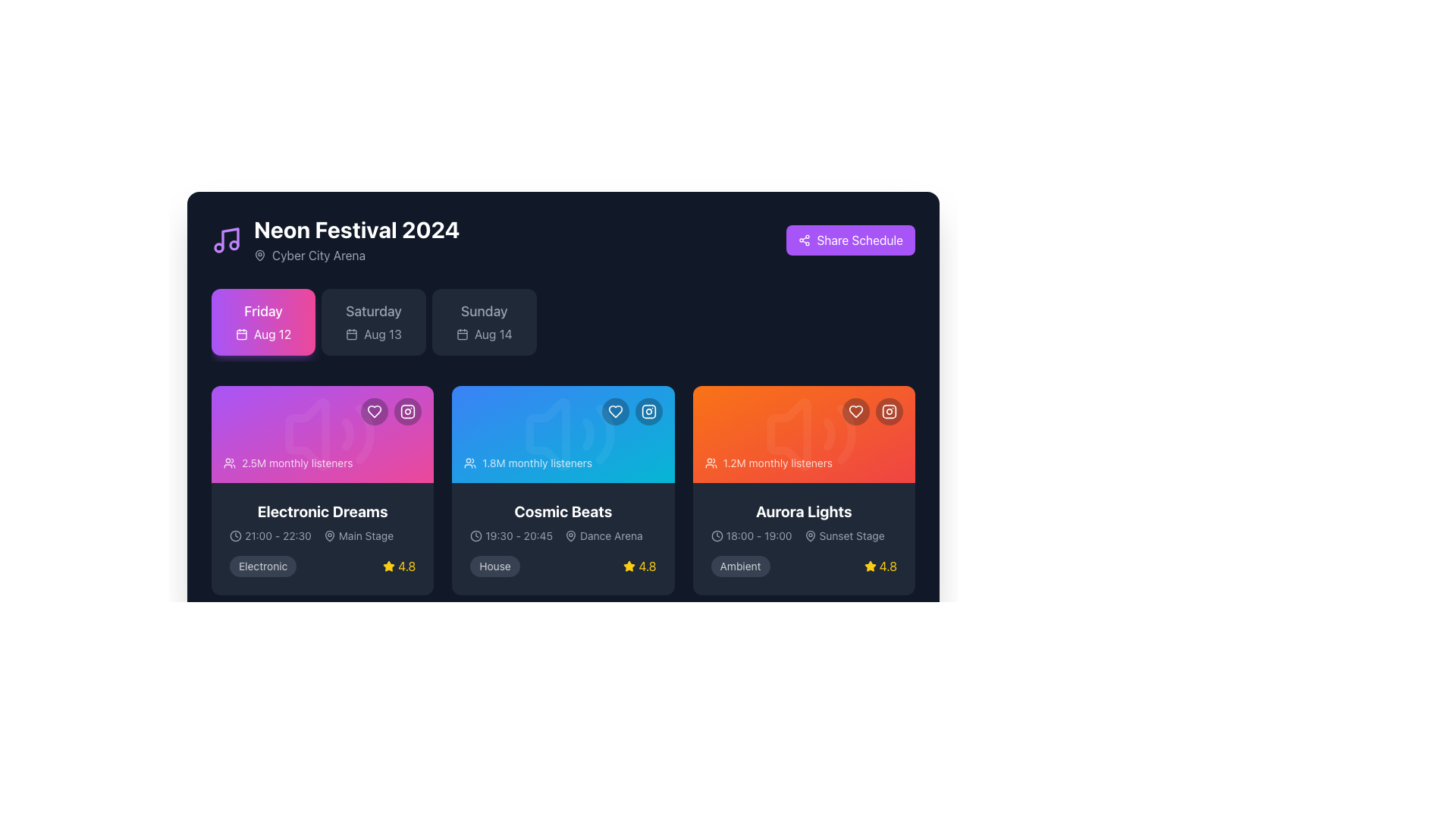 The image size is (1456, 819). Describe the element at coordinates (870, 566) in the screenshot. I see `the star icon representing the rating for the 'Aurora Lights' event, located in the lower-right corner of the card, below the 'Ambient' tag and next to the rating score '4.8'` at that location.